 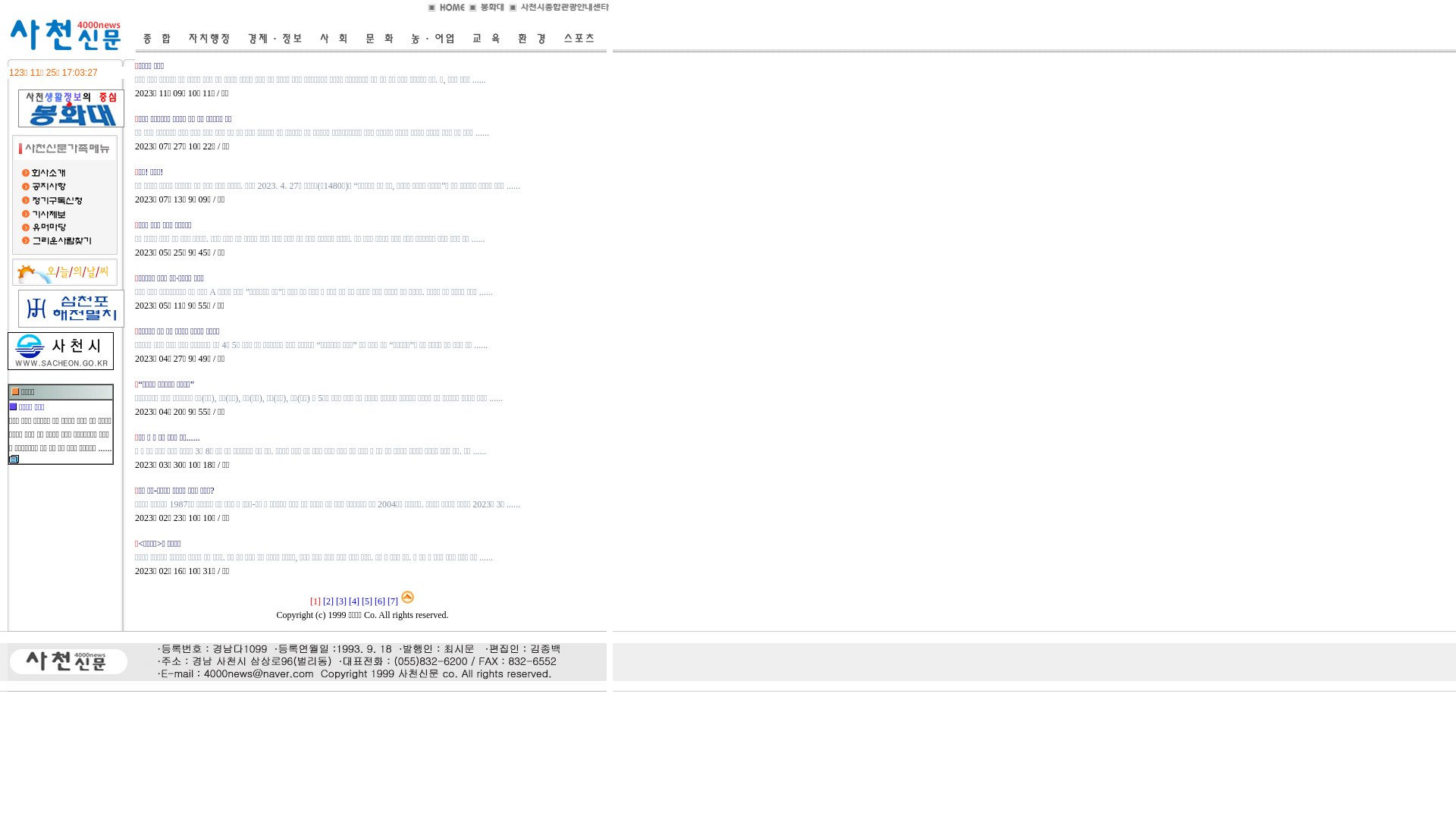 I want to click on '[4]', so click(x=353, y=601).